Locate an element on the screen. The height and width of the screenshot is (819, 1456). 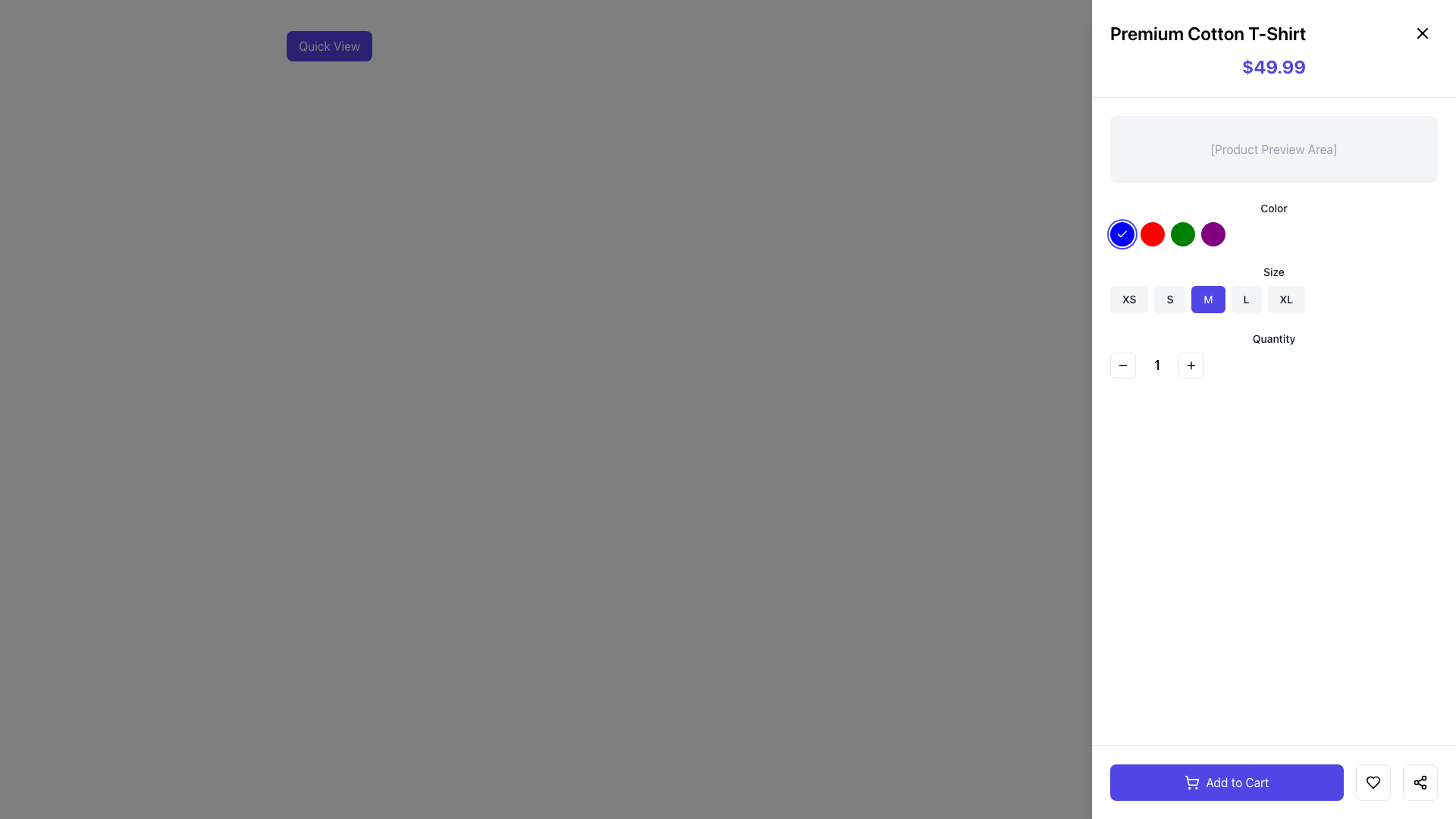
the rectangular button with a light gray background and a bold black letter 'L' centered within it, located under the 'Size' header as the fourth button in a horizontal list of five size buttons is located at coordinates (1246, 299).